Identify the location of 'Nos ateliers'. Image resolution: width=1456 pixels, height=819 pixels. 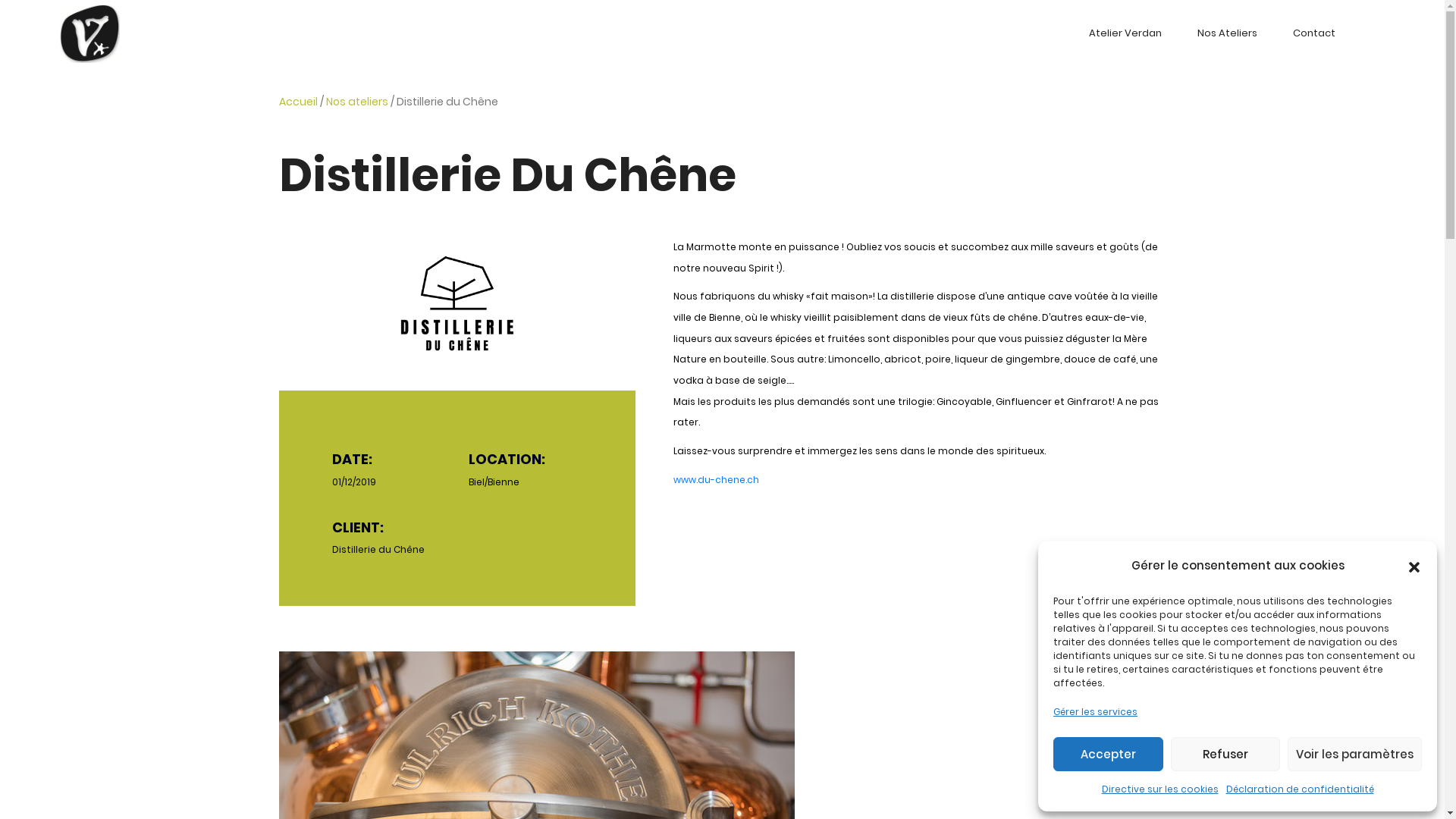
(356, 102).